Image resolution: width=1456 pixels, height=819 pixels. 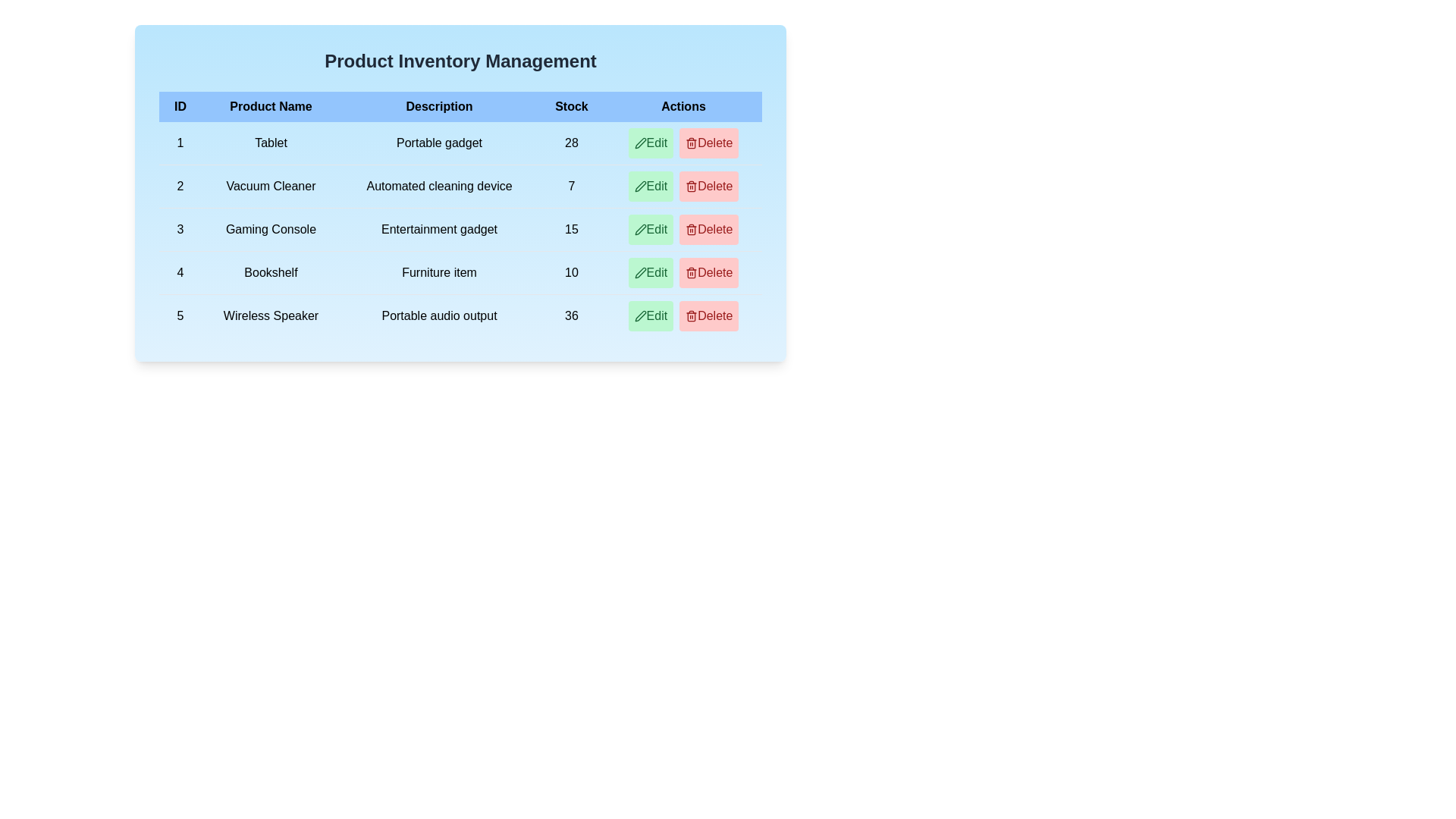 What do you see at coordinates (640, 143) in the screenshot?
I see `the 'Edit' action icon located inside the 'Actions' column of the first row of the table, which is represented by a green button with rounded corners and padding` at bounding box center [640, 143].